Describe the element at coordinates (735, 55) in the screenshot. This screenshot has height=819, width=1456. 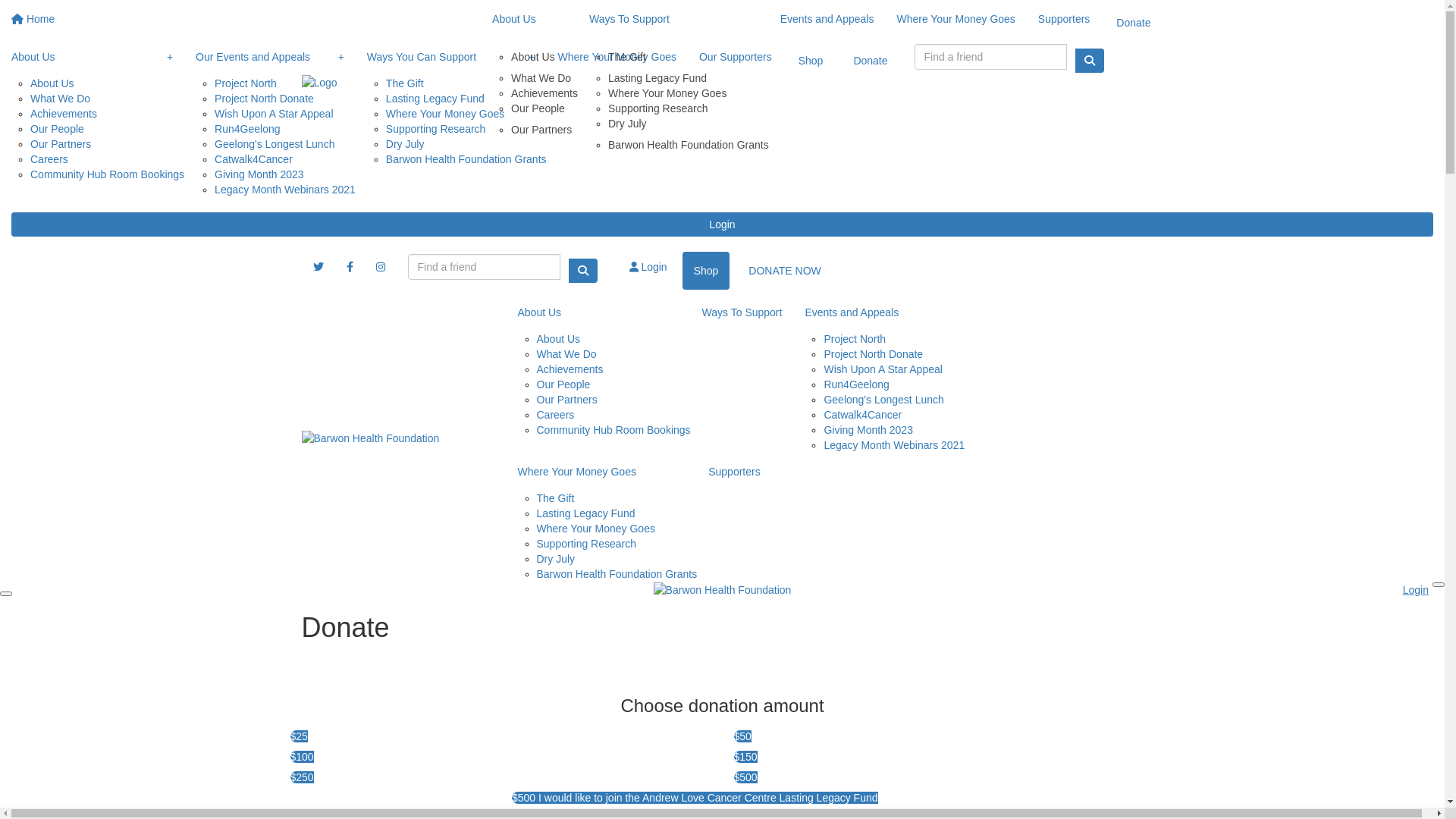
I see `'Our Supporters'` at that location.